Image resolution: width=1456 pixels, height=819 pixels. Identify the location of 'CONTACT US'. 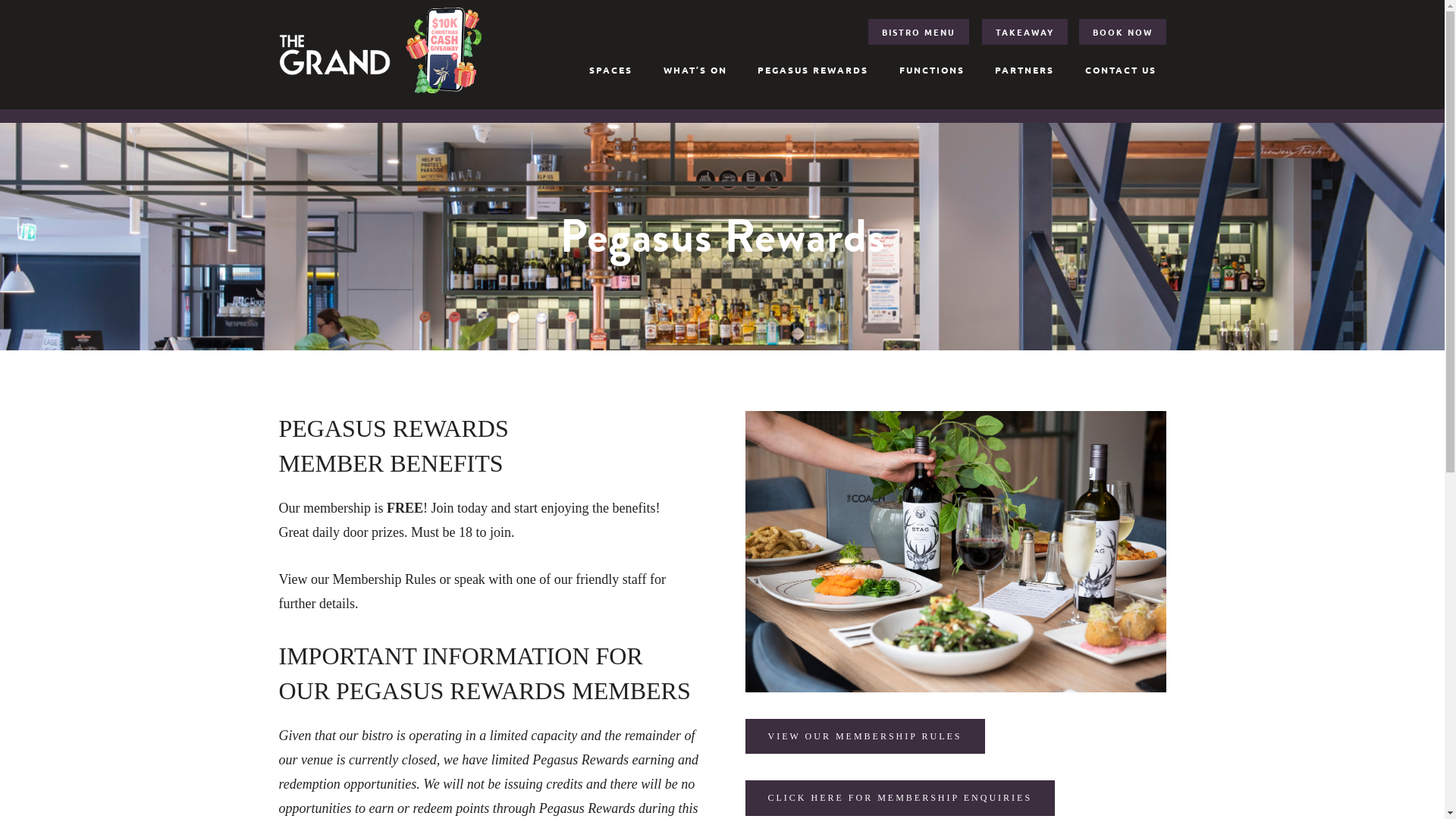
(1121, 70).